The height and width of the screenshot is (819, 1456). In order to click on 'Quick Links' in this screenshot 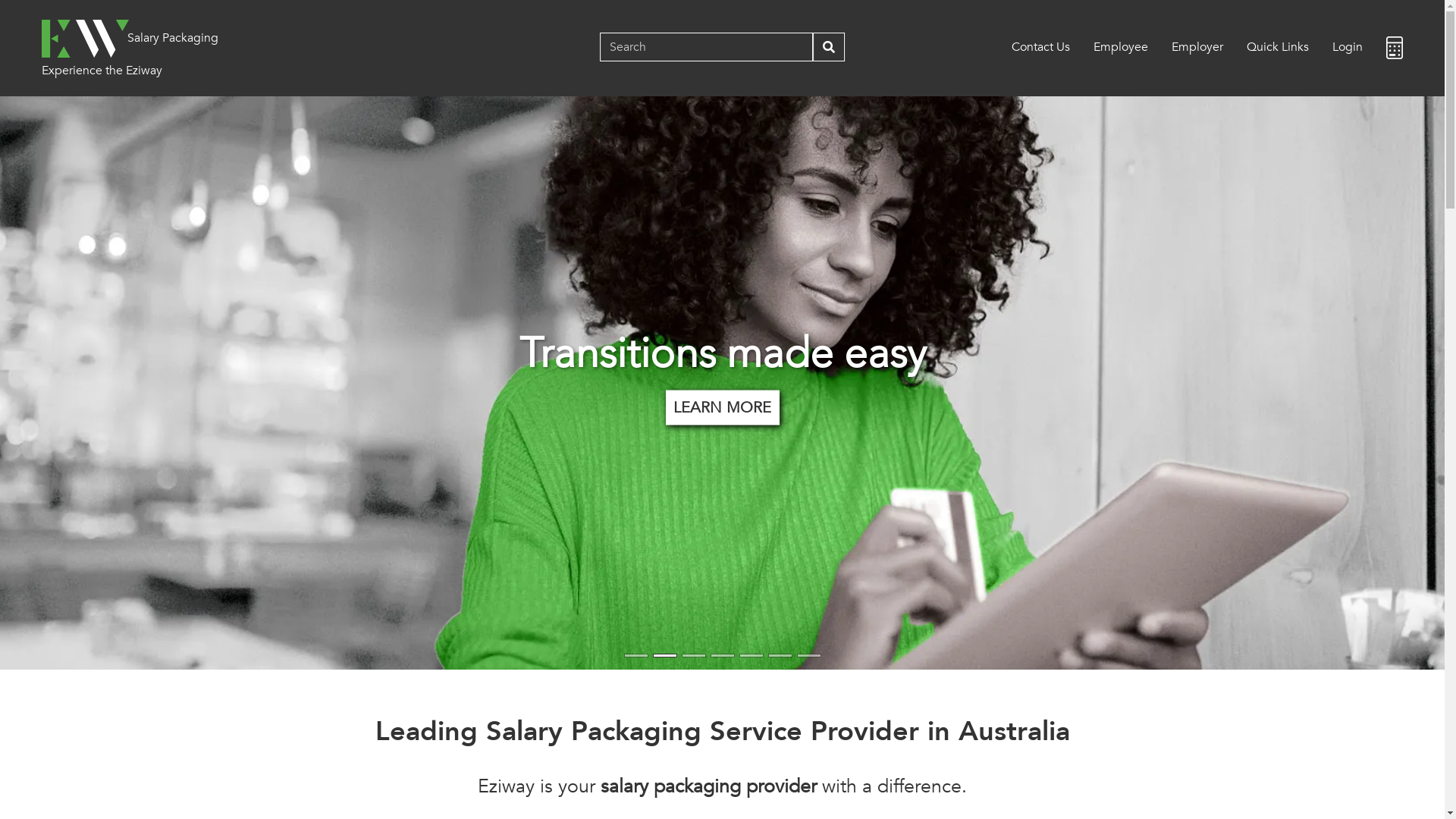, I will do `click(1276, 45)`.